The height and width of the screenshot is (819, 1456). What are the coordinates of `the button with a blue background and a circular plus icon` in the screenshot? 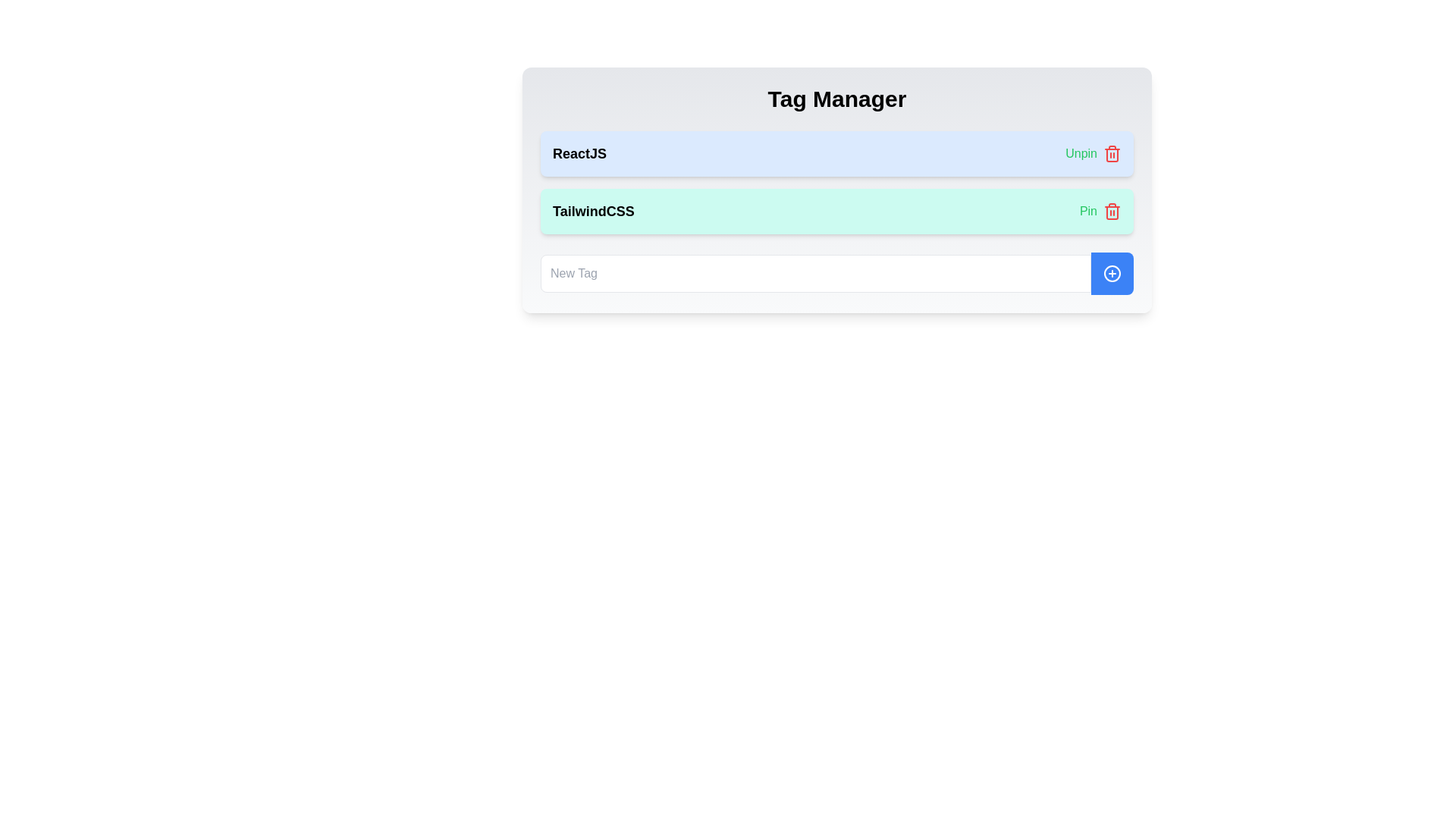 It's located at (1112, 274).